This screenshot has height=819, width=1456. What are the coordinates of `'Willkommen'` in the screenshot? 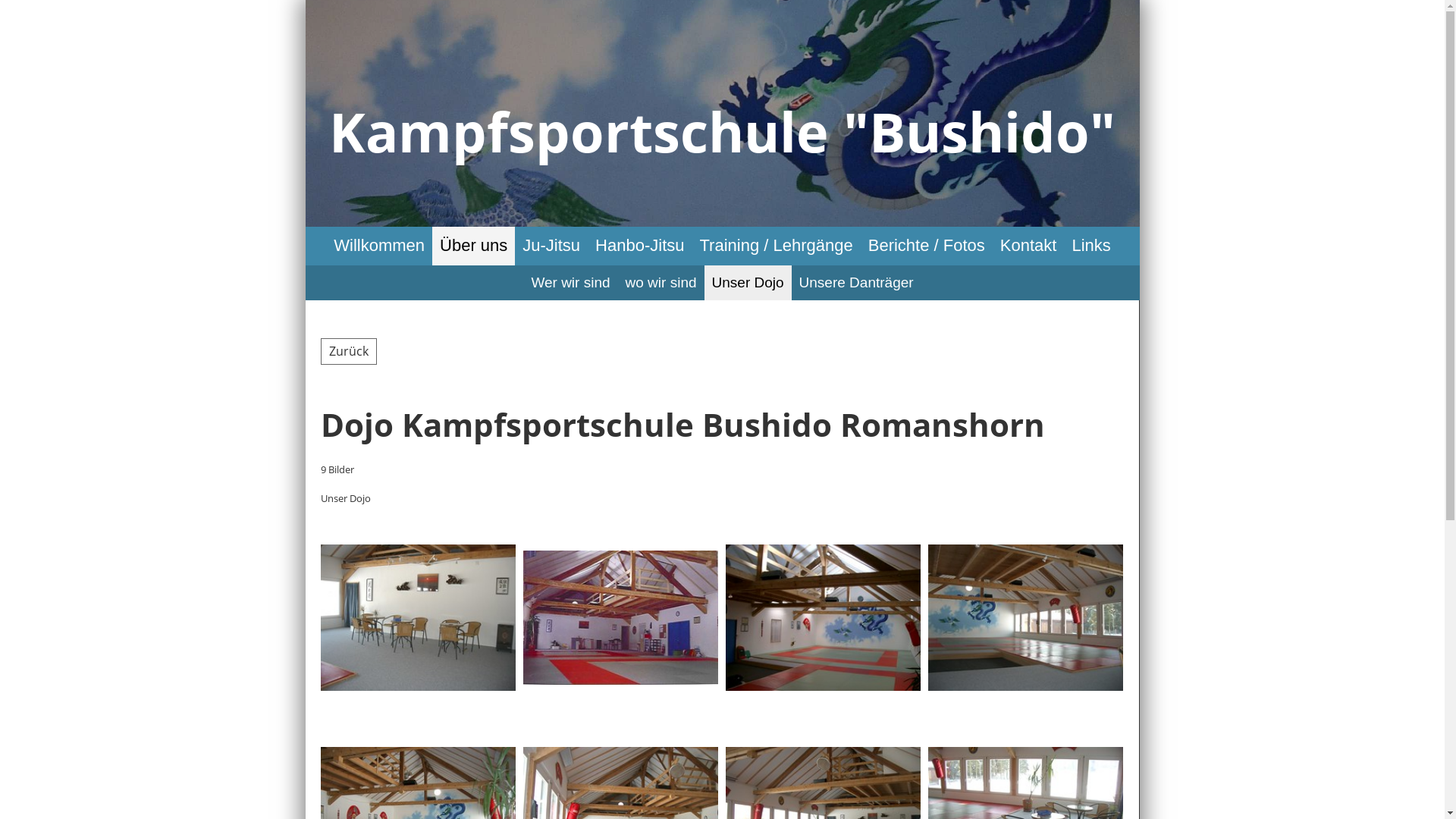 It's located at (325, 245).